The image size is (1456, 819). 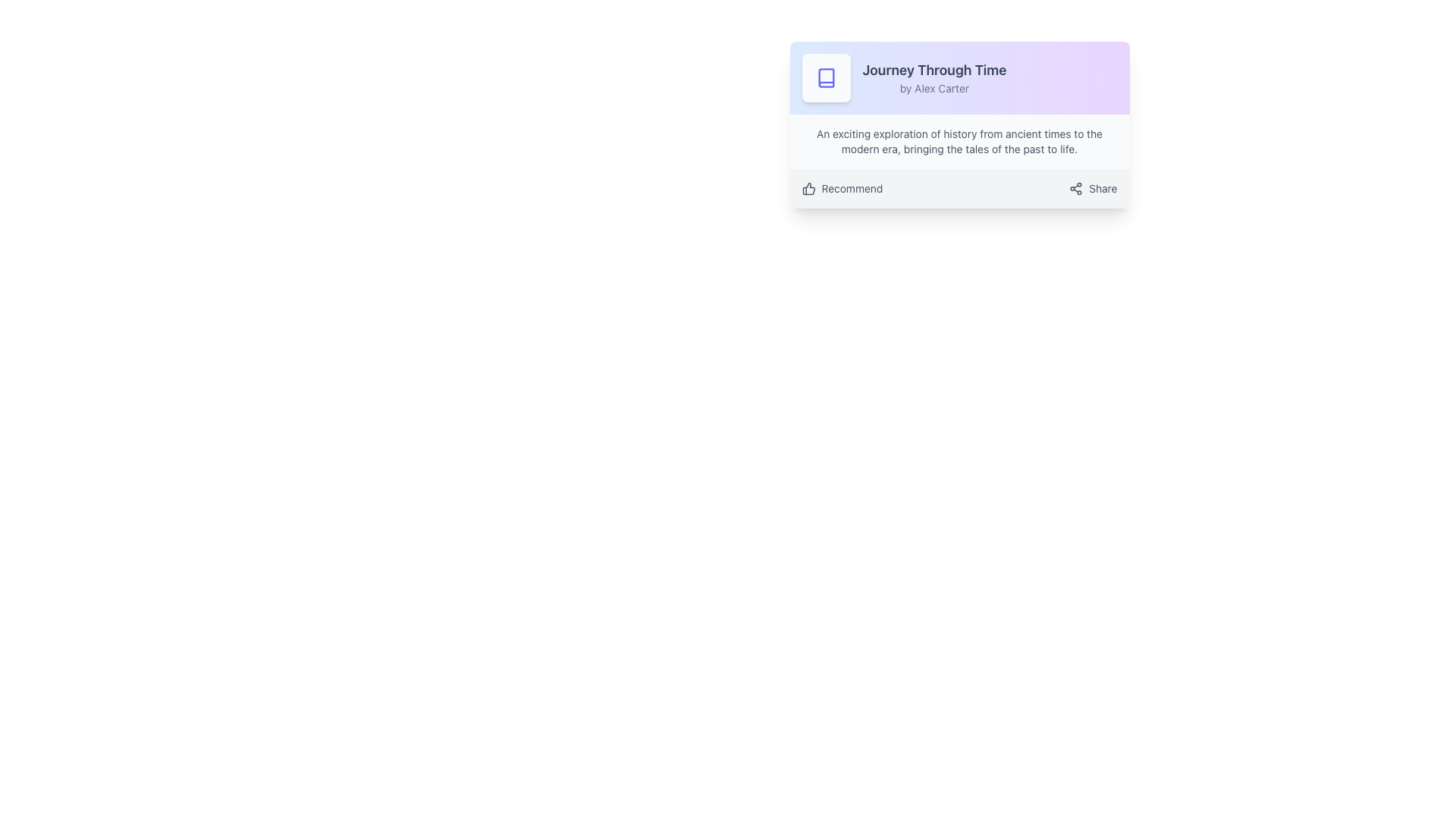 What do you see at coordinates (825, 78) in the screenshot?
I see `the book icon styled with a minimalist line drawing in bold indigo color, located inside a square white background with a gray border at the top-left corner of the card` at bounding box center [825, 78].